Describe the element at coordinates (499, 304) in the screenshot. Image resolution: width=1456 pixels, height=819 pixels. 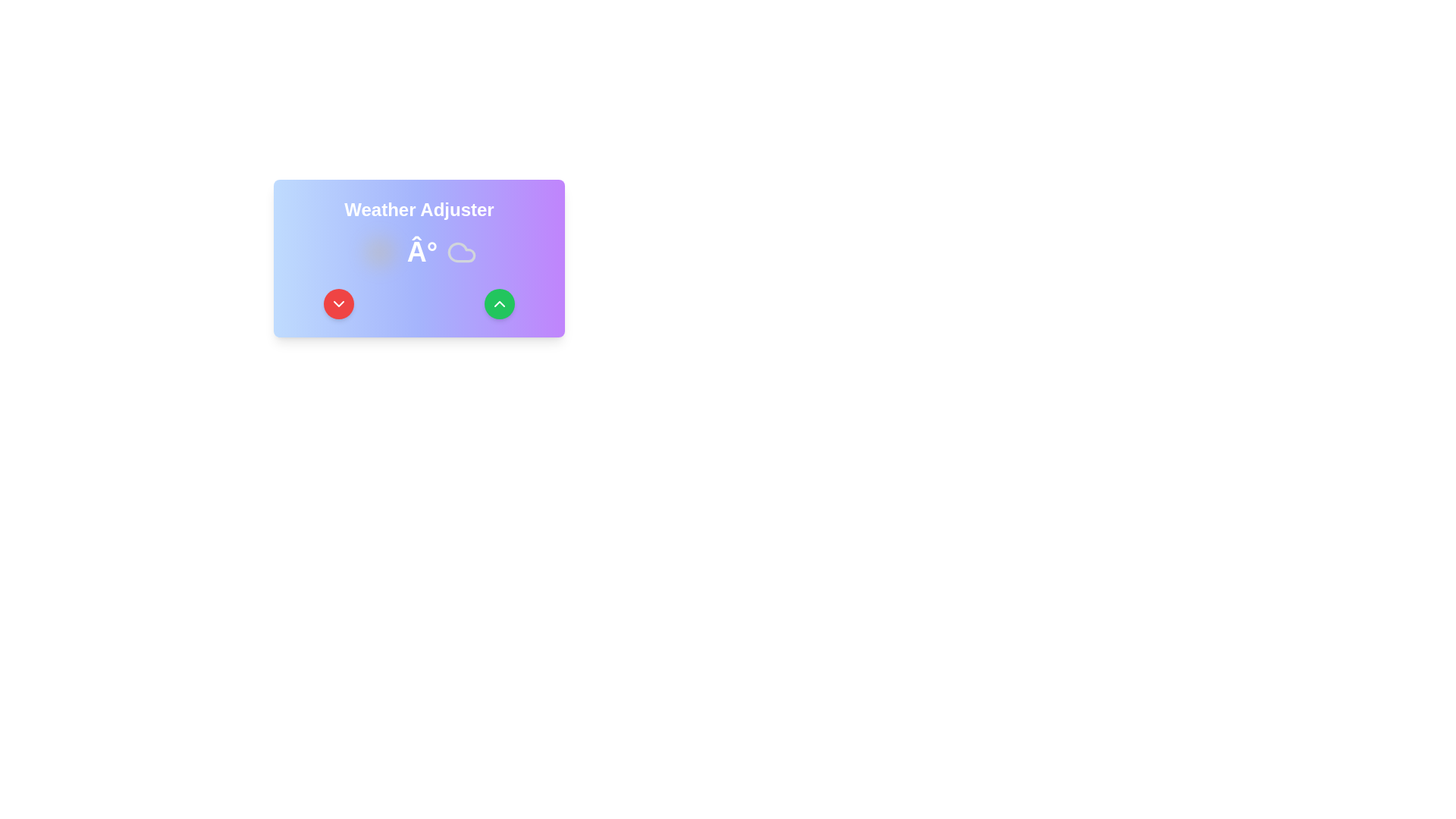
I see `the green circular button with a white upward-pointing chevron icon, located in the bottom-right corner of the light purple gradient card beneath the 'Weather Adjuster' label` at that location.